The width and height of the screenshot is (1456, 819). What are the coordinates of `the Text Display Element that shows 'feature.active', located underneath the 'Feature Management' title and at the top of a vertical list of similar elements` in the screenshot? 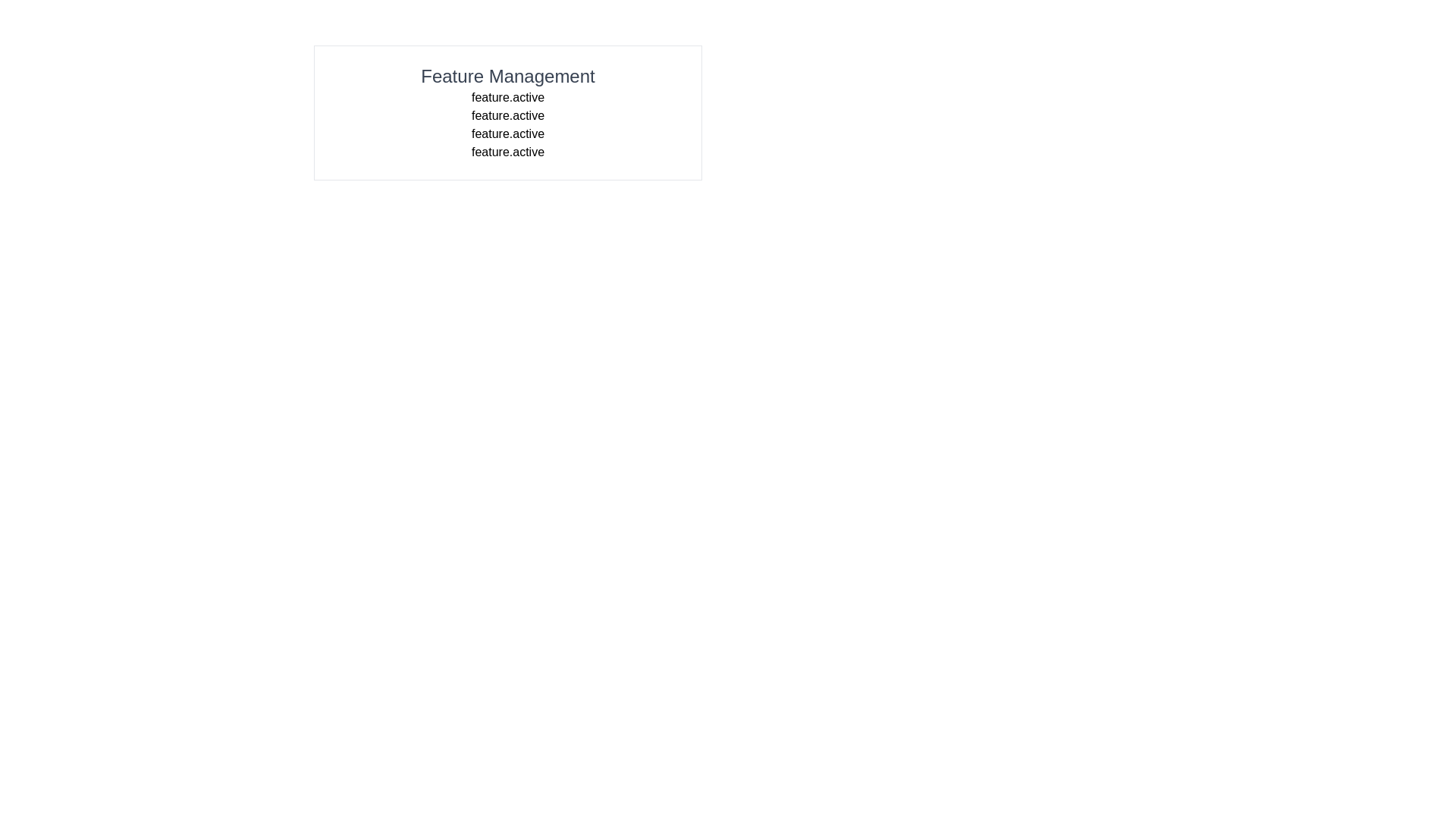 It's located at (508, 97).